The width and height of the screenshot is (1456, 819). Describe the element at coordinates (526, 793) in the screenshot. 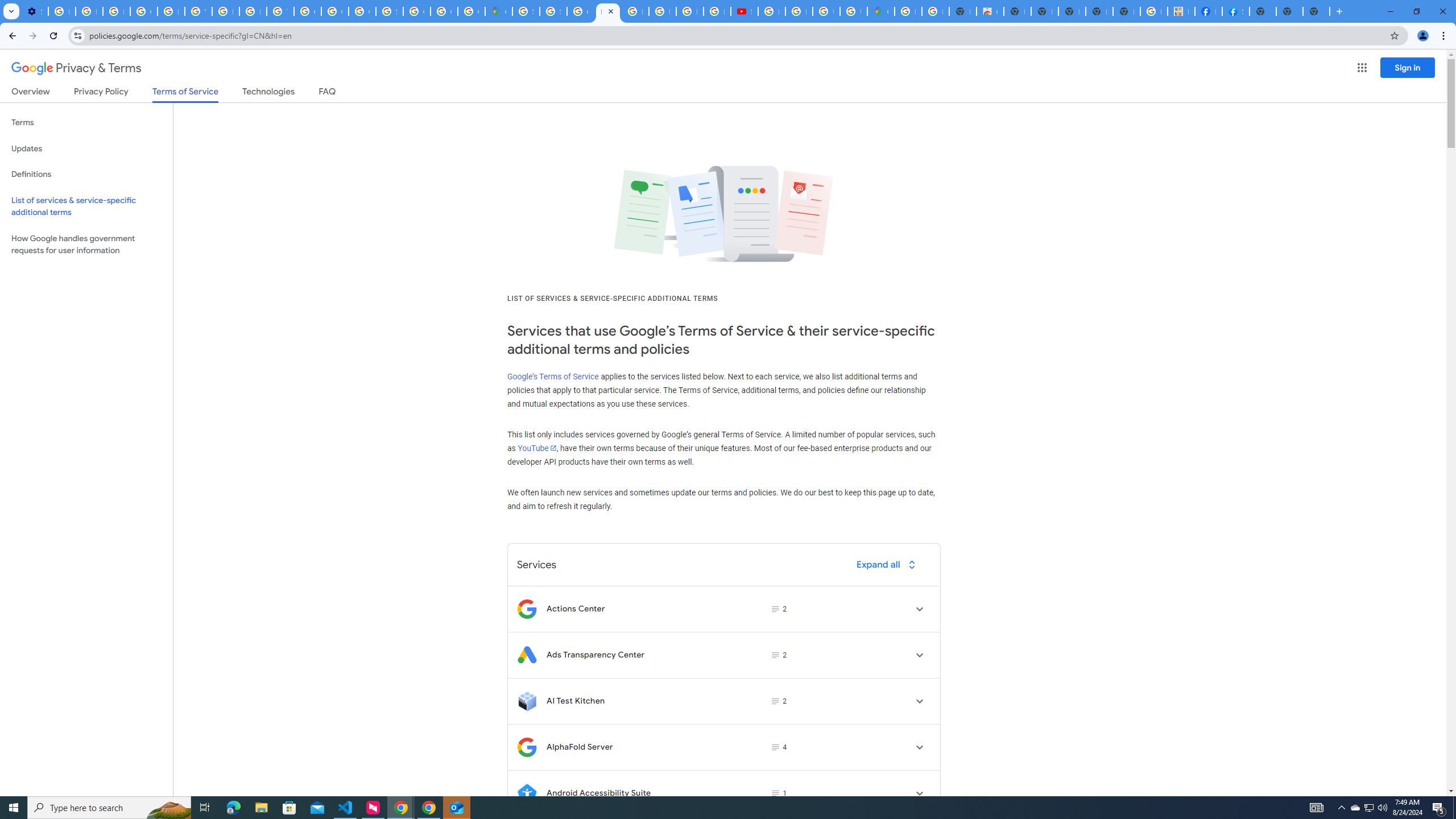

I see `'Logo for Android Accessibility Suite'` at that location.